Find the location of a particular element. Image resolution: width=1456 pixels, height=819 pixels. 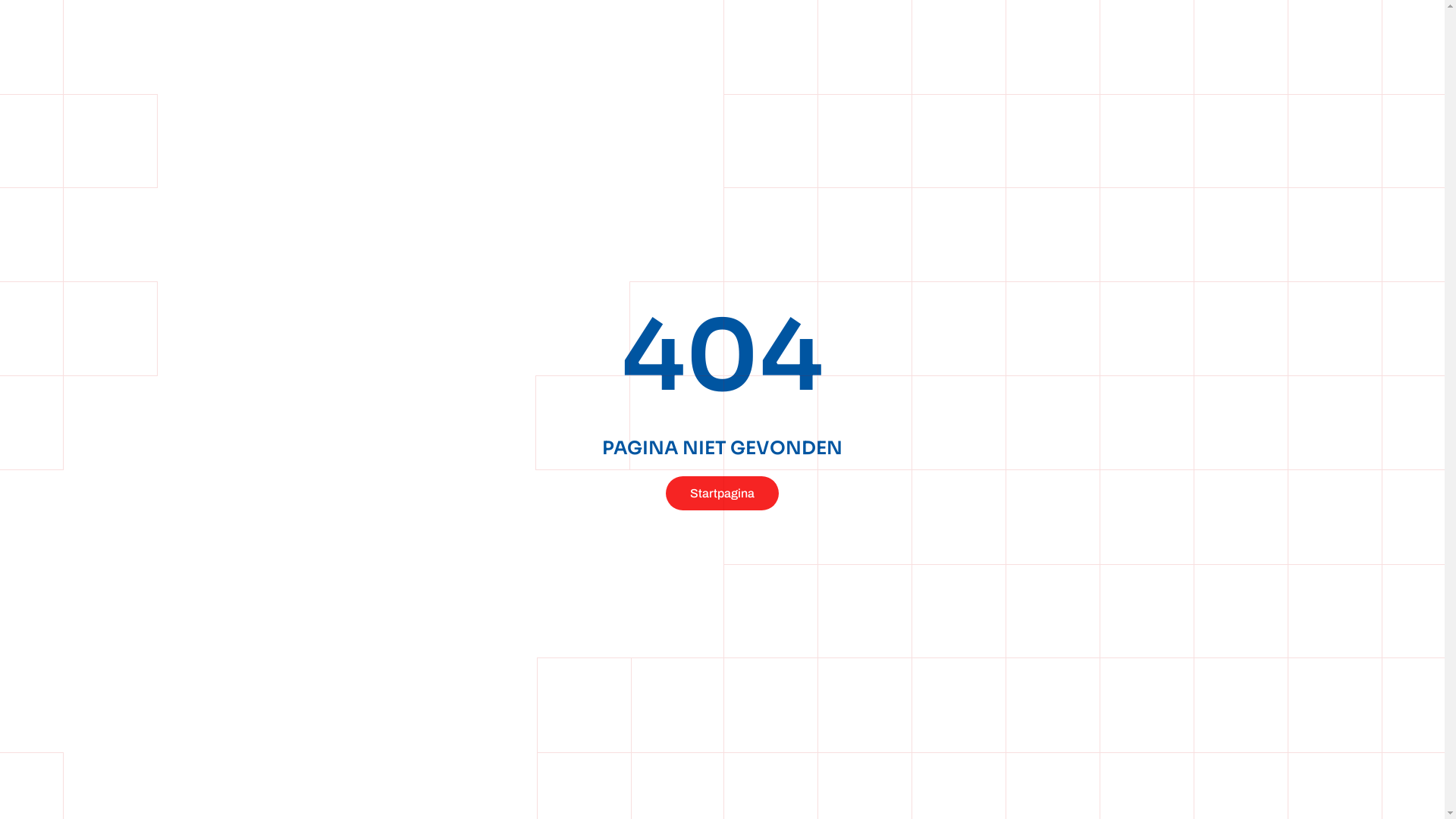

'Startpagina' is located at coordinates (721, 493).